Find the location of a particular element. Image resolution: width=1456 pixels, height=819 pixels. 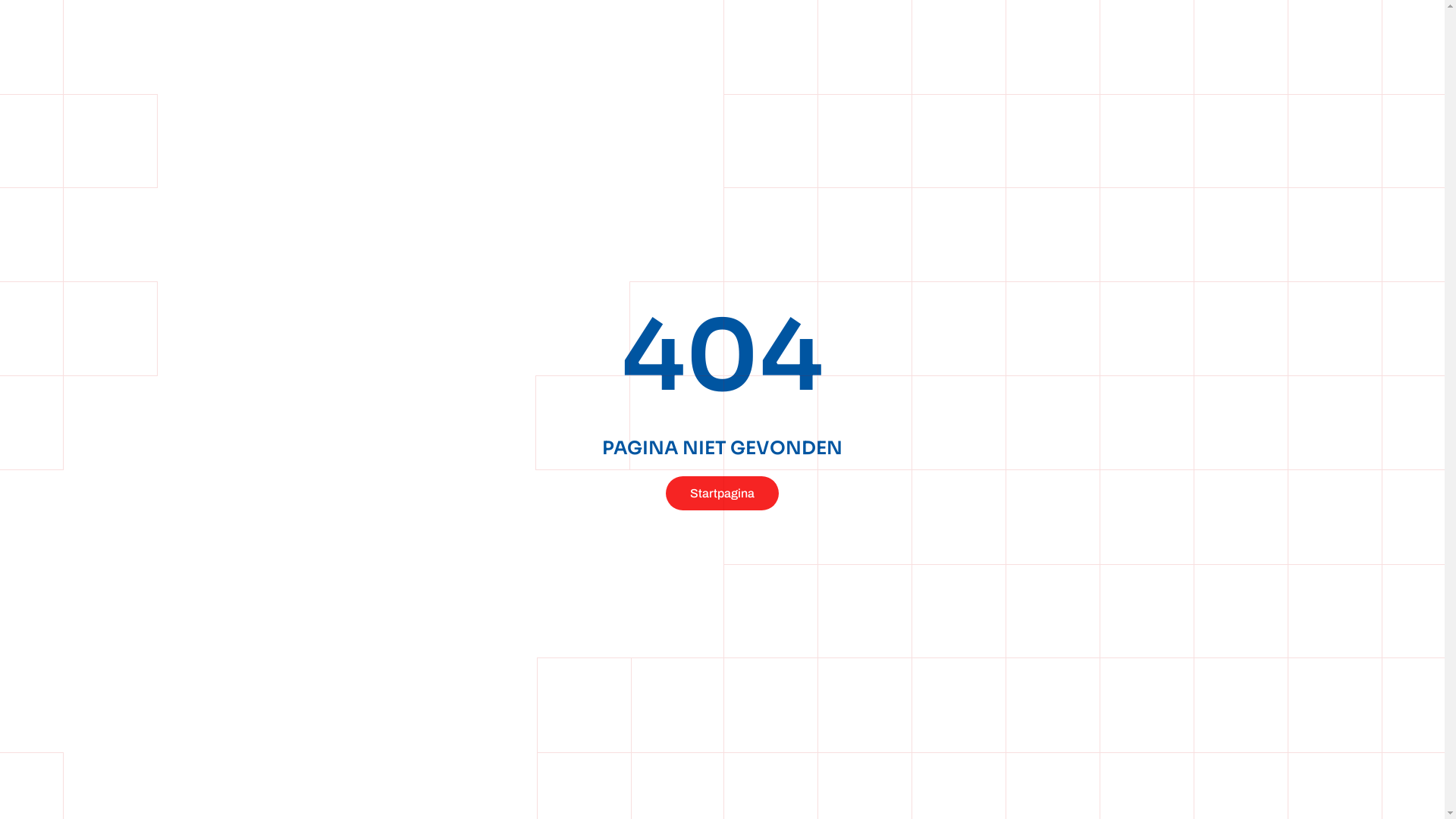

'Startpagina' is located at coordinates (721, 493).